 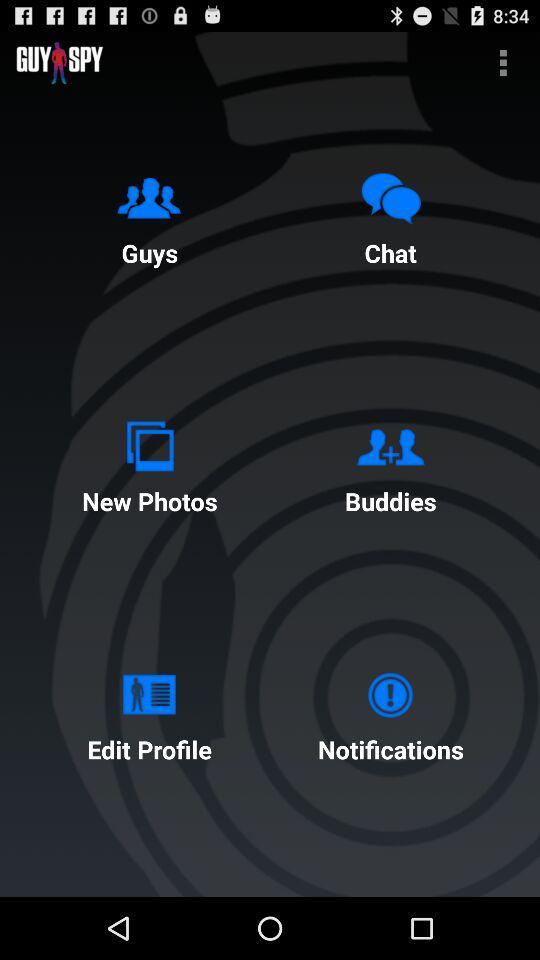 I want to click on chat button, so click(x=390, y=215).